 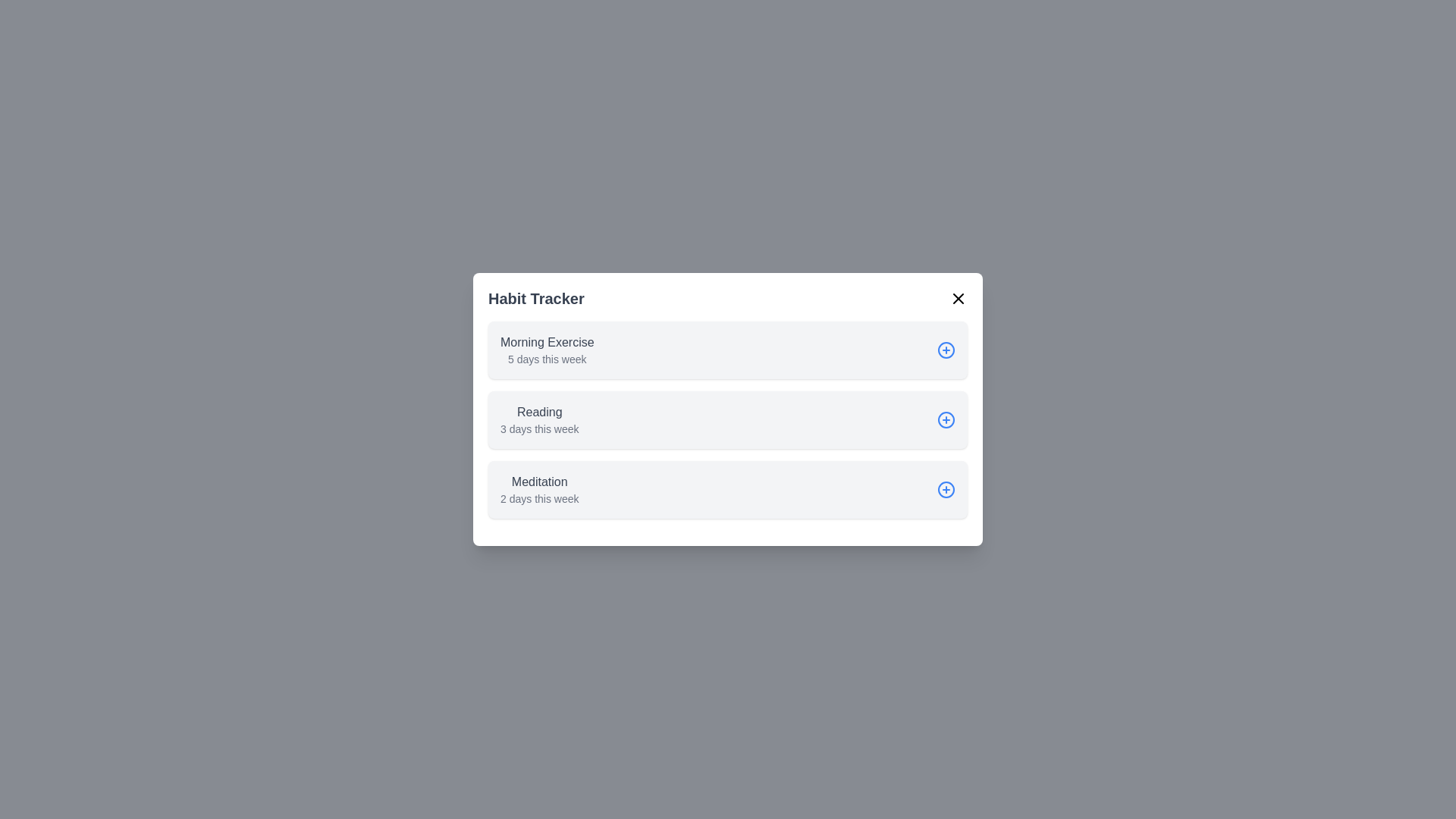 I want to click on the Meditation list item to inspect its details, so click(x=539, y=489).